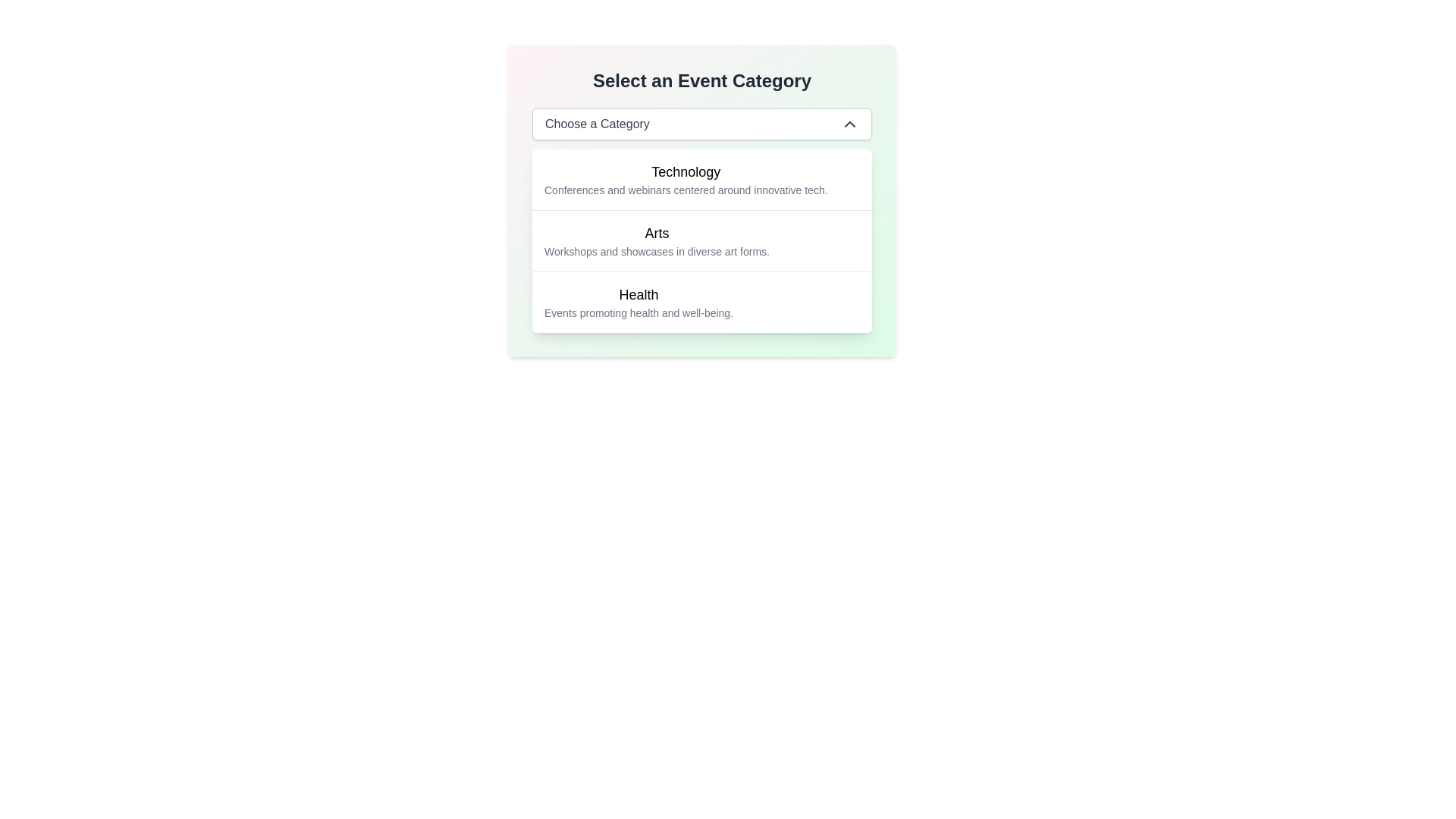 This screenshot has width=1456, height=819. What do you see at coordinates (685, 189) in the screenshot?
I see `the Text description located directly below the title 'Technology', which provides additional information related to the category 'Technology'` at bounding box center [685, 189].